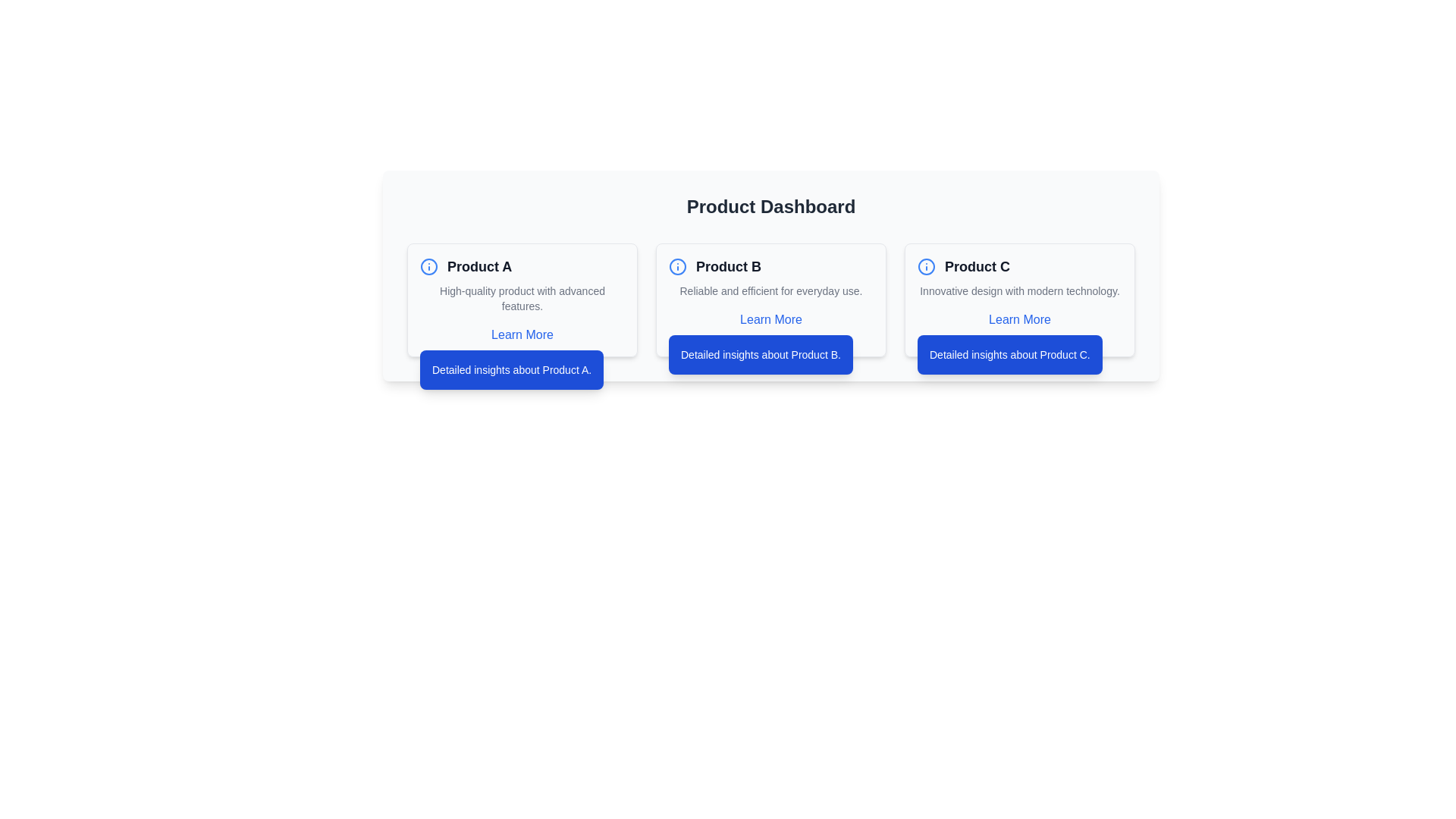  Describe the element at coordinates (1019, 318) in the screenshot. I see `the 'Learn More' hyperlink styled in blue text with an underline, located in the product information section for 'Product C'` at that location.